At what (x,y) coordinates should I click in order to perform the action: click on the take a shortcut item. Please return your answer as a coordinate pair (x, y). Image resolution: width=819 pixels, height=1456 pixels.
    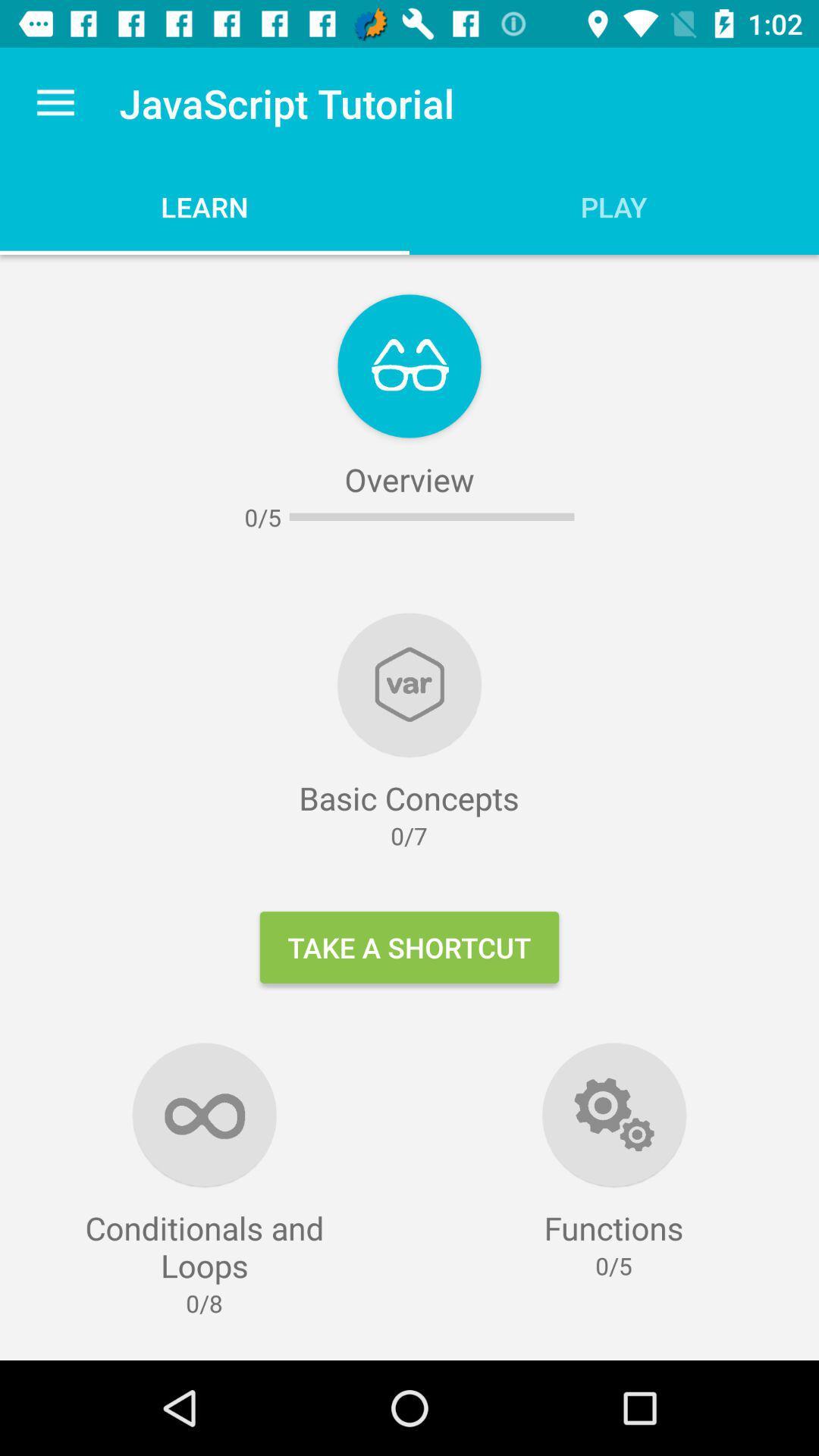
    Looking at the image, I should click on (409, 946).